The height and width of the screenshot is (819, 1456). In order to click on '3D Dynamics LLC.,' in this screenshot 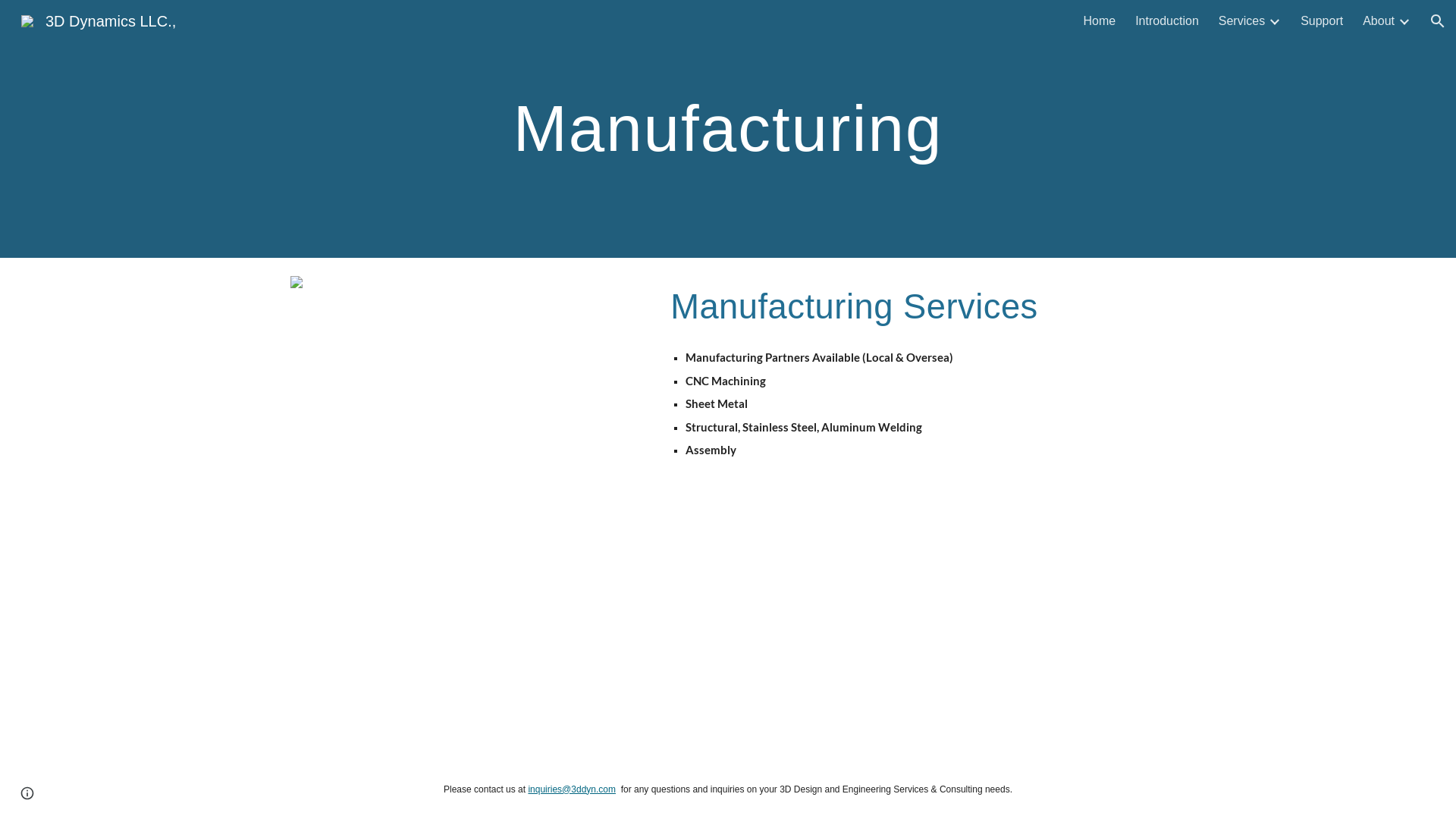, I will do `click(97, 20)`.